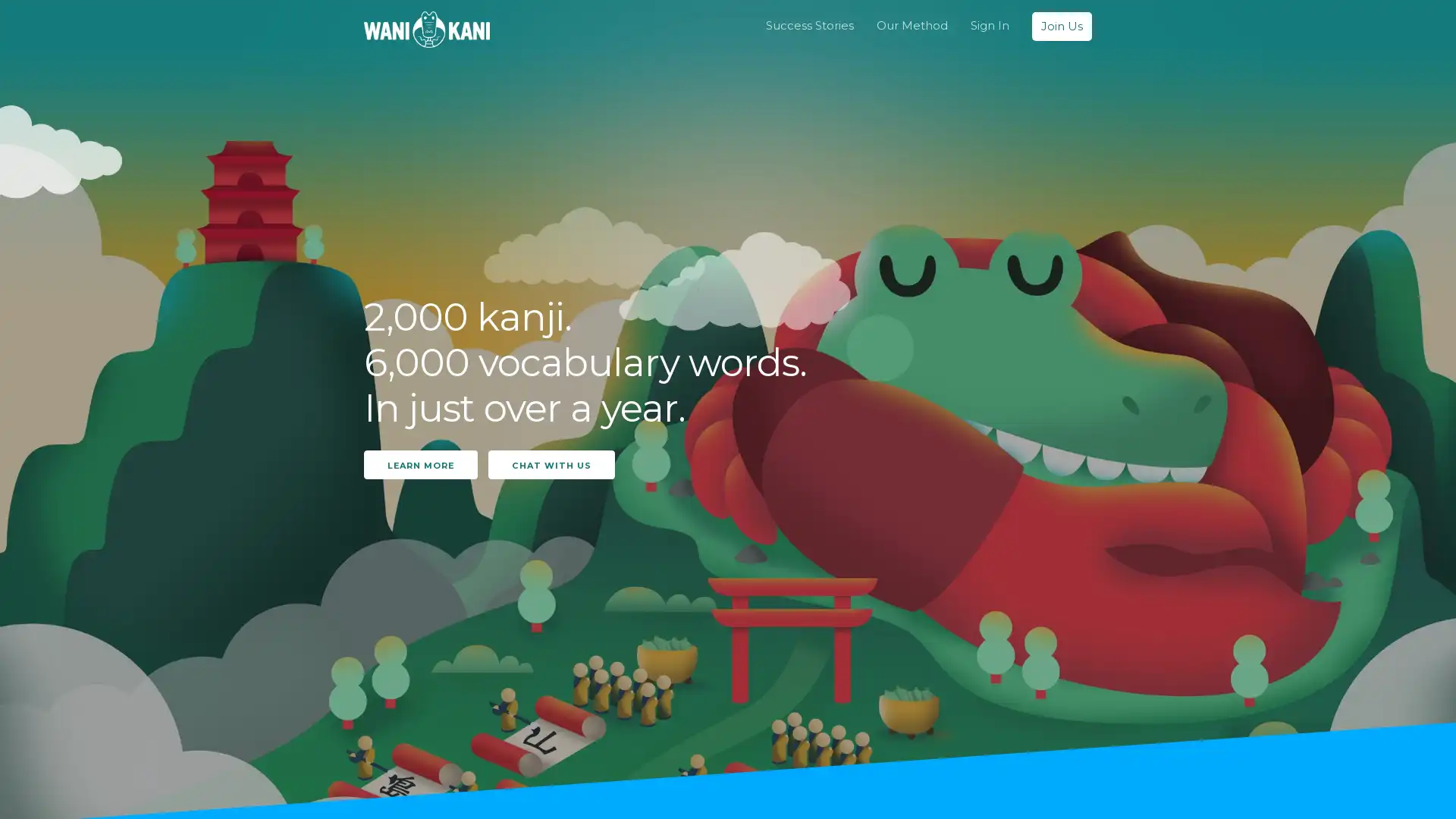 Image resolution: width=1456 pixels, height=819 pixels. I want to click on CHAT WITH US, so click(551, 463).